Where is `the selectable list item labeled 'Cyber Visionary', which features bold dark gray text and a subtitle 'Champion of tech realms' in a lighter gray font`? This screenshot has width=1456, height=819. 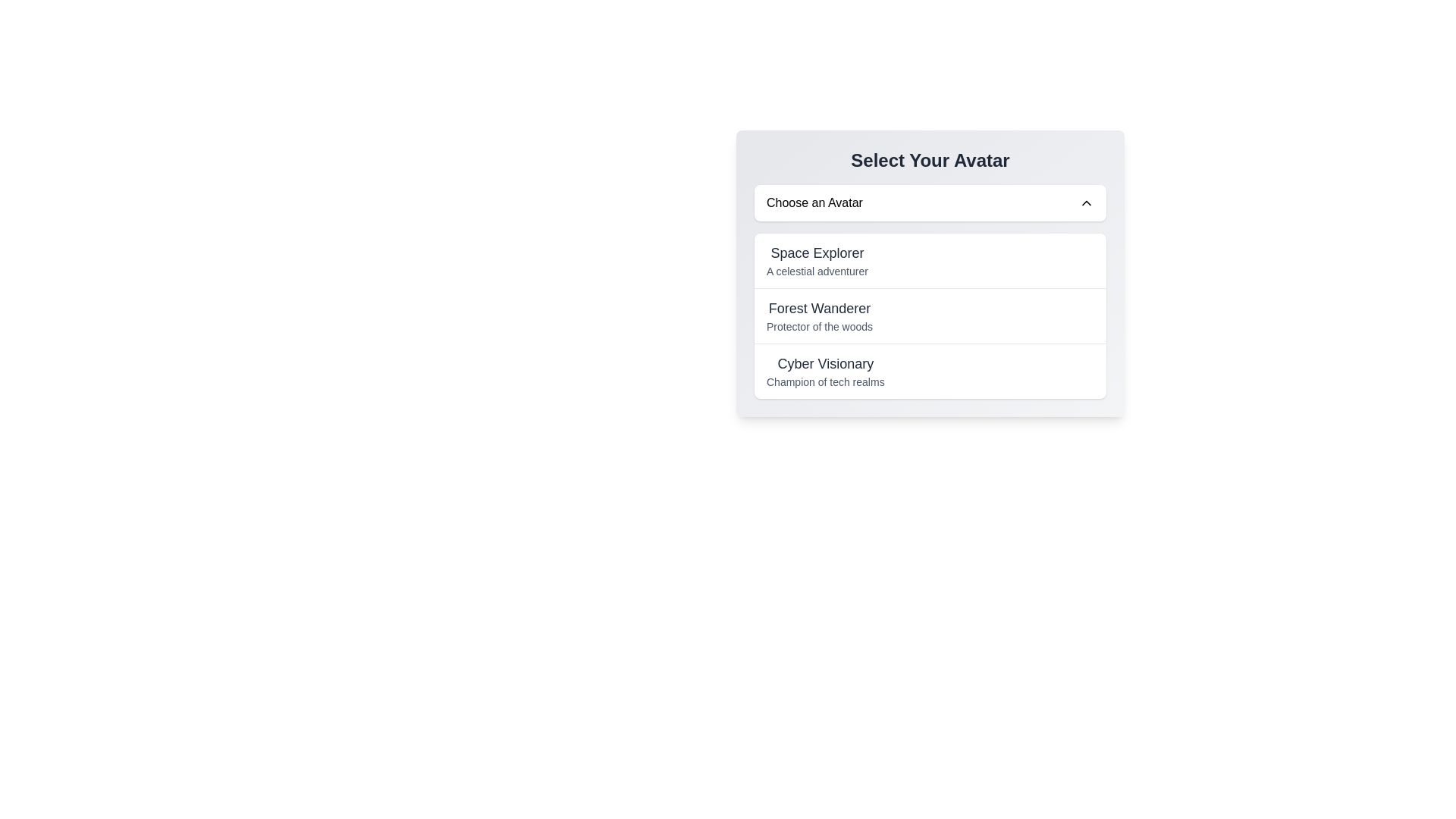
the selectable list item labeled 'Cyber Visionary', which features bold dark gray text and a subtitle 'Champion of tech realms' in a lighter gray font is located at coordinates (824, 371).